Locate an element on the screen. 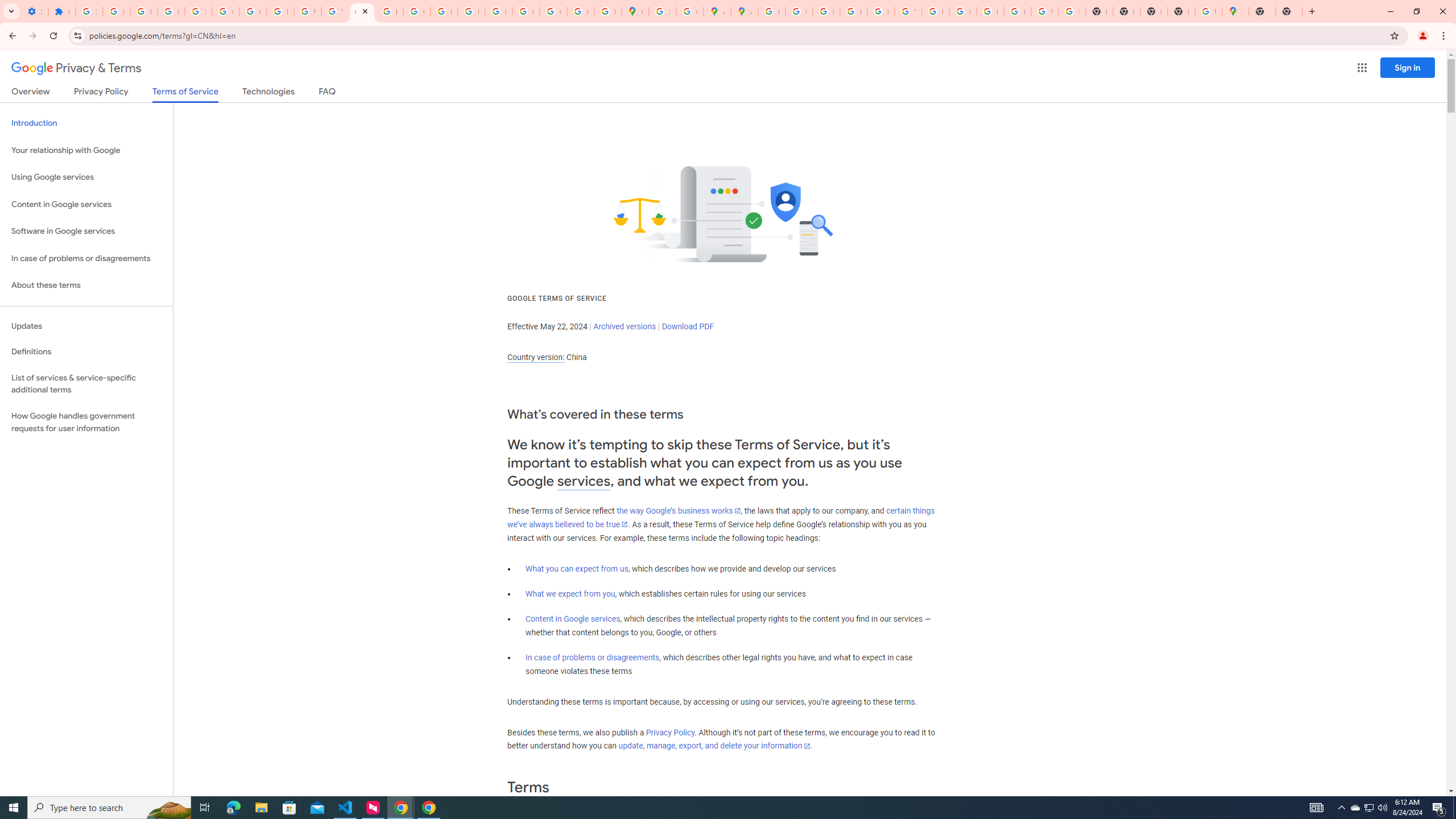 This screenshot has width=1456, height=819. 'Use Google Maps in Space - Google Maps Help' is located at coordinates (1207, 11).